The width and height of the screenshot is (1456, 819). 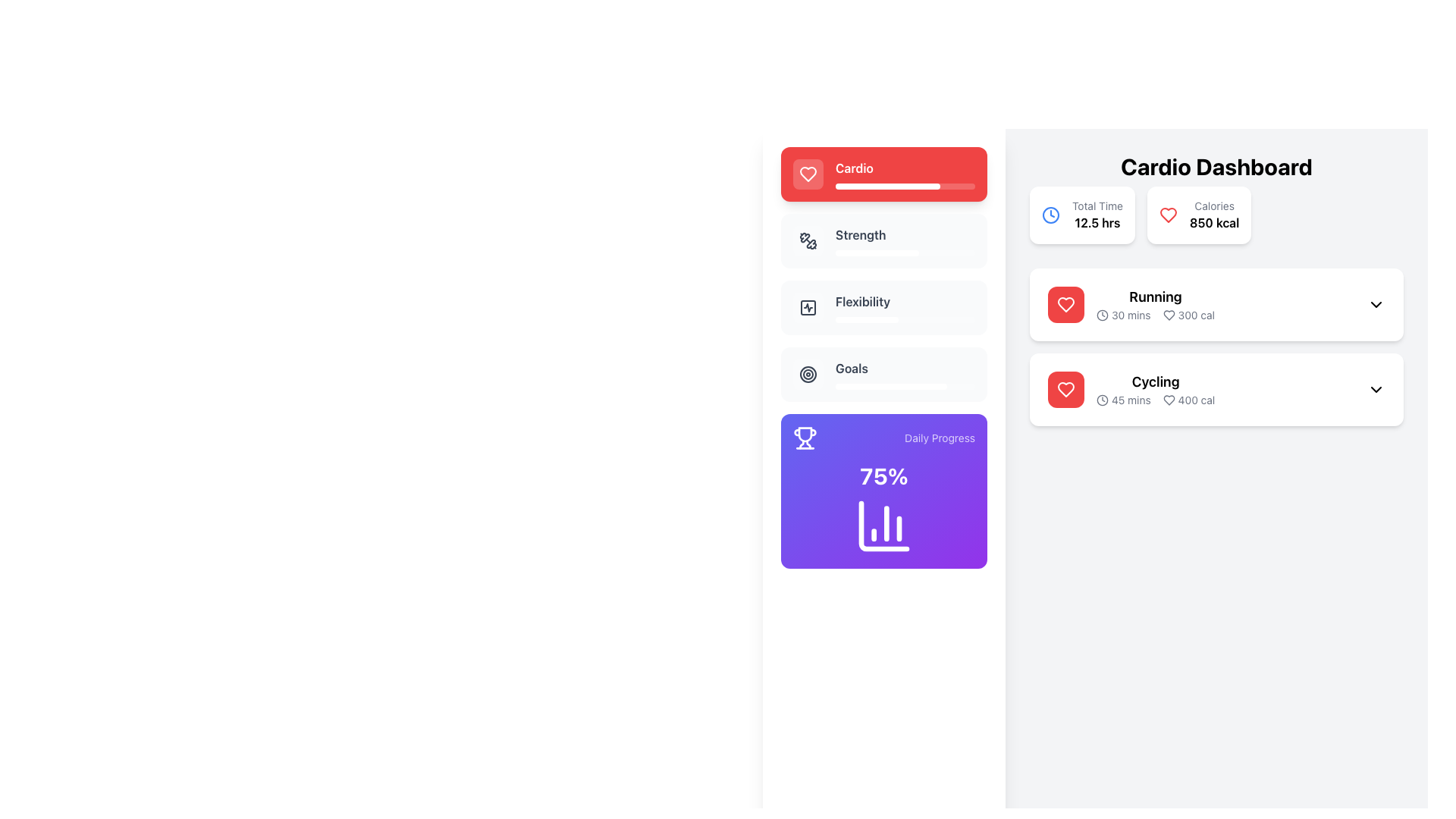 What do you see at coordinates (1155, 304) in the screenshot?
I see `the activity summary card displaying 'Running' in the Cardio Dashboard section, positioned above the 'Cycling' item` at bounding box center [1155, 304].